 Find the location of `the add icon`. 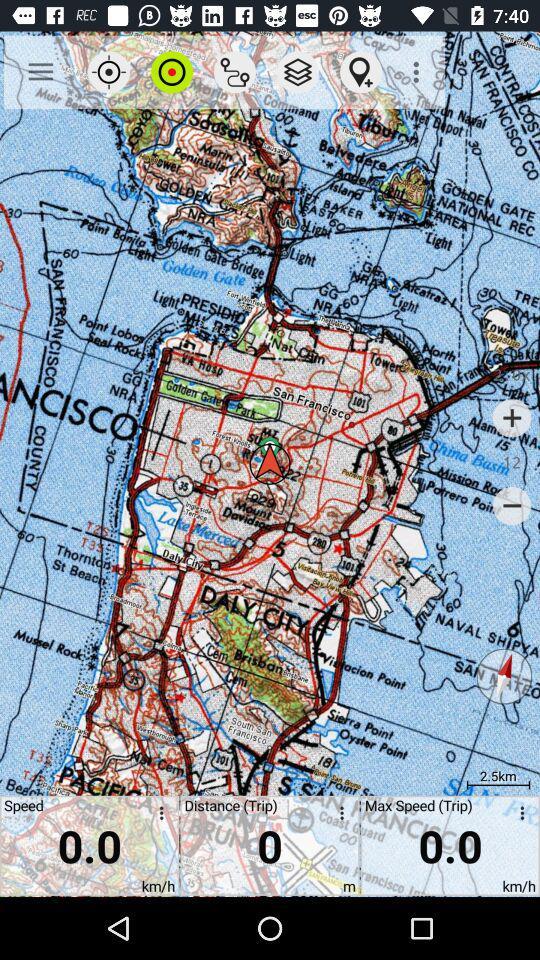

the add icon is located at coordinates (512, 417).